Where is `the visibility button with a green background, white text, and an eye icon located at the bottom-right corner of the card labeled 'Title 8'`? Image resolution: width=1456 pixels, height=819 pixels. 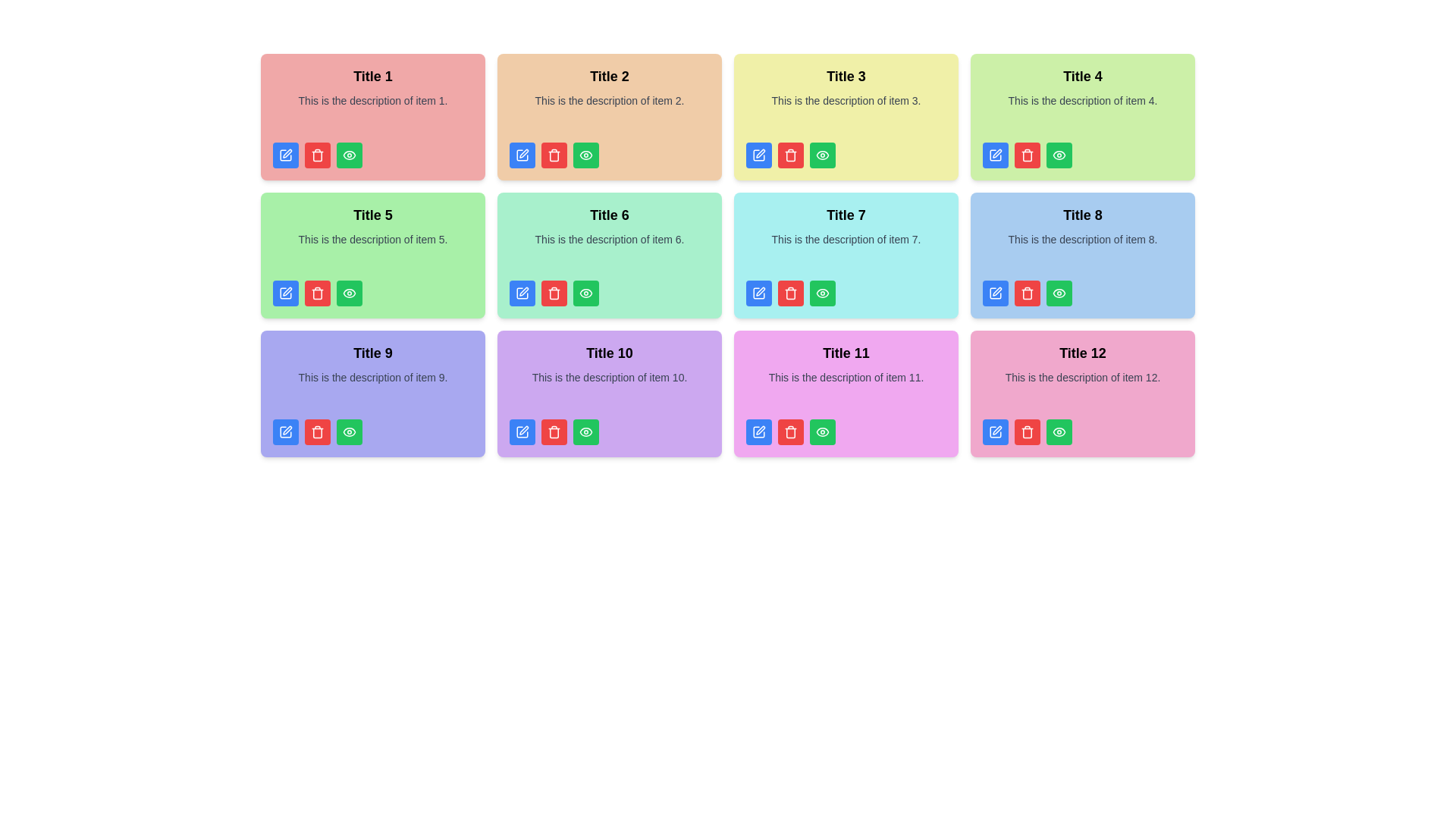
the visibility button with a green background, white text, and an eye icon located at the bottom-right corner of the card labeled 'Title 8' is located at coordinates (1058, 293).